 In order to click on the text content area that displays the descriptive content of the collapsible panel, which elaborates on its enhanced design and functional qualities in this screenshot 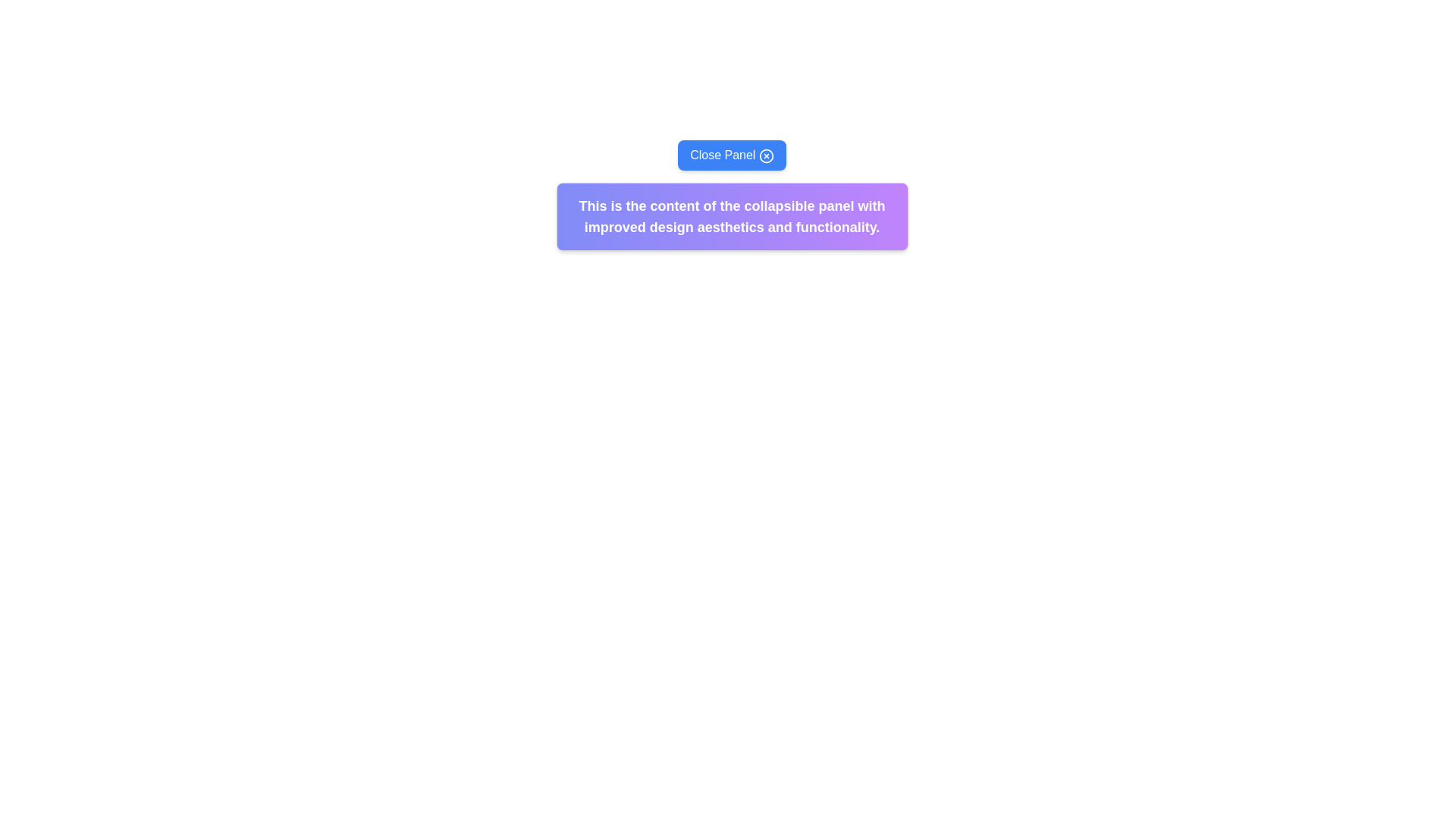, I will do `click(732, 216)`.